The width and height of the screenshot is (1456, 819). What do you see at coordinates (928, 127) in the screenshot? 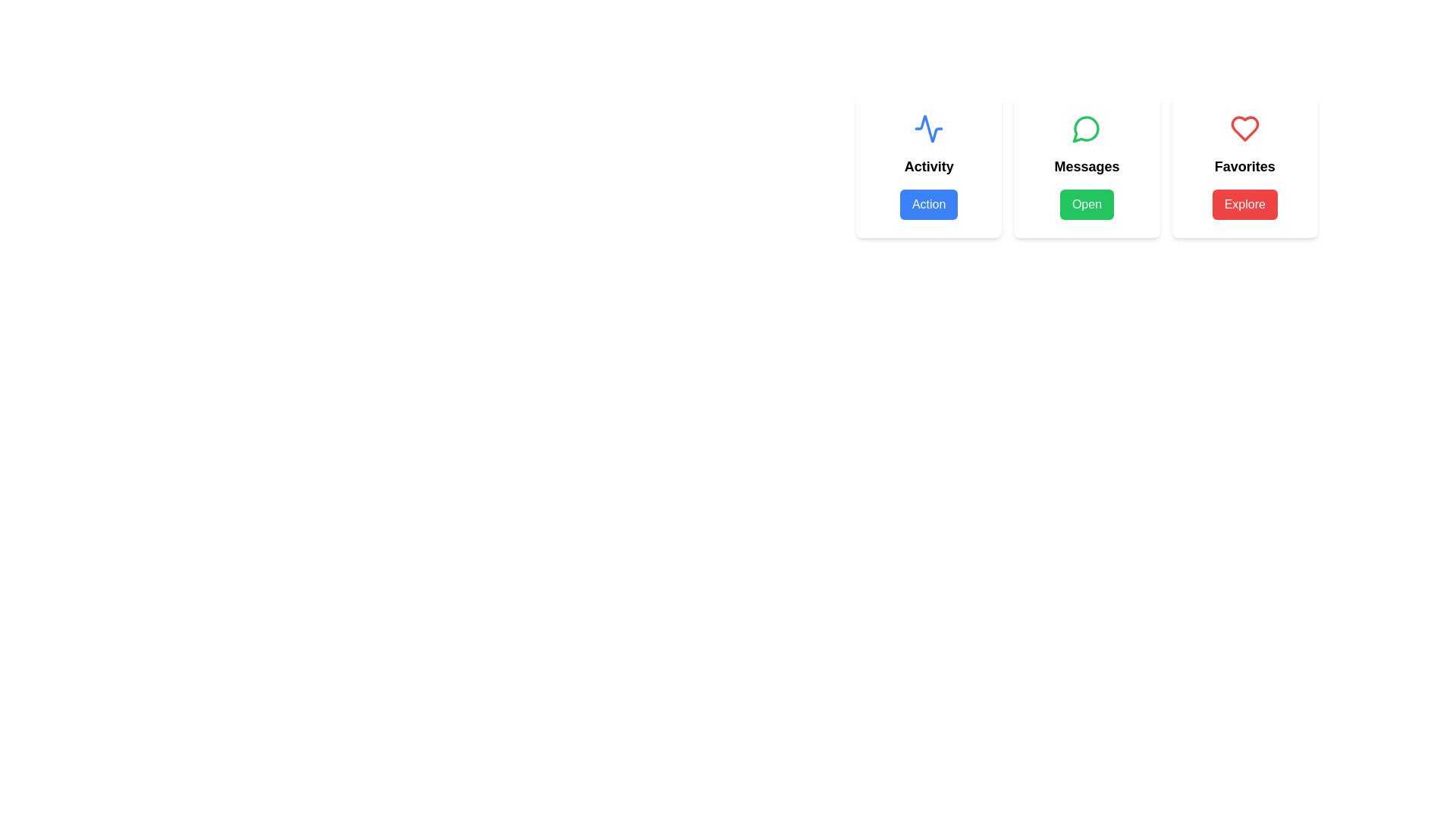
I see `the 'Activity' icon located at the top-center of the 'Activity' card` at bounding box center [928, 127].